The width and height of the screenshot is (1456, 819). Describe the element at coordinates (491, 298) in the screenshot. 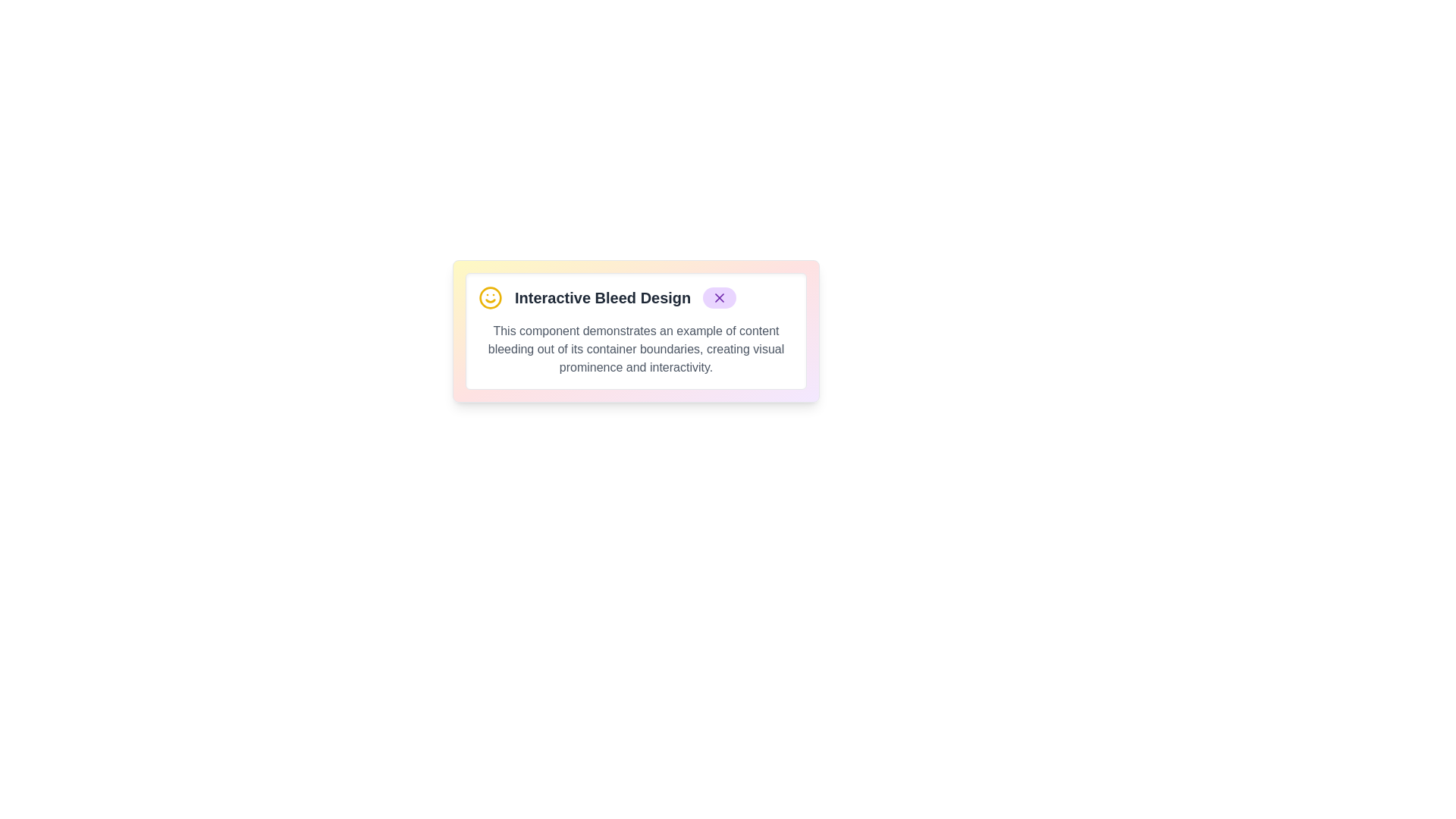

I see `the outer border of the smiley face icon, which is a circular SVG element located at the center of the smiley face in the top-left corner of the card` at that location.